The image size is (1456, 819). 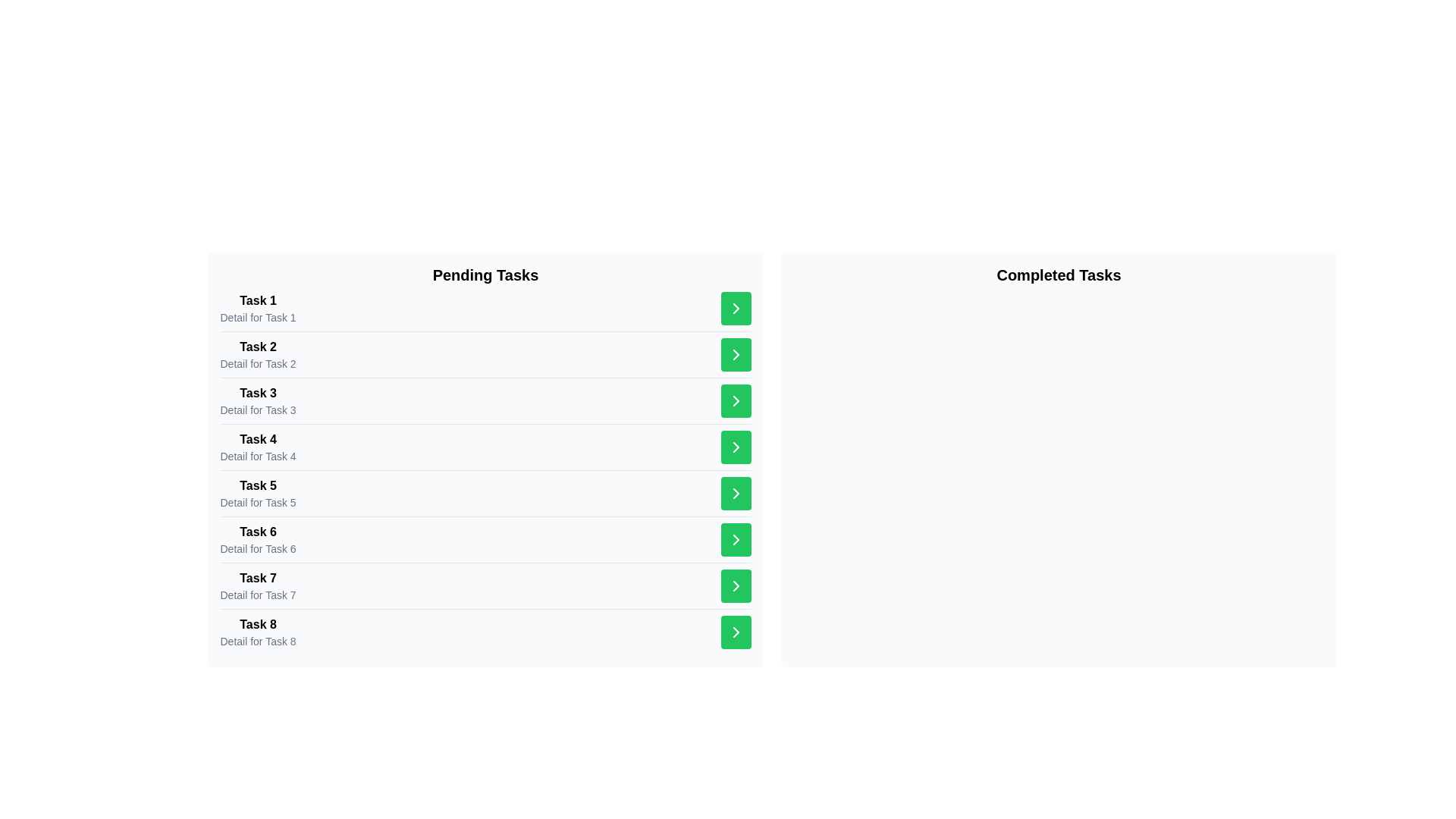 What do you see at coordinates (258, 579) in the screenshot?
I see `text content of the element displaying 'Task 7' in bold, which is the seventh item in the 'Pending Tasks' list` at bounding box center [258, 579].